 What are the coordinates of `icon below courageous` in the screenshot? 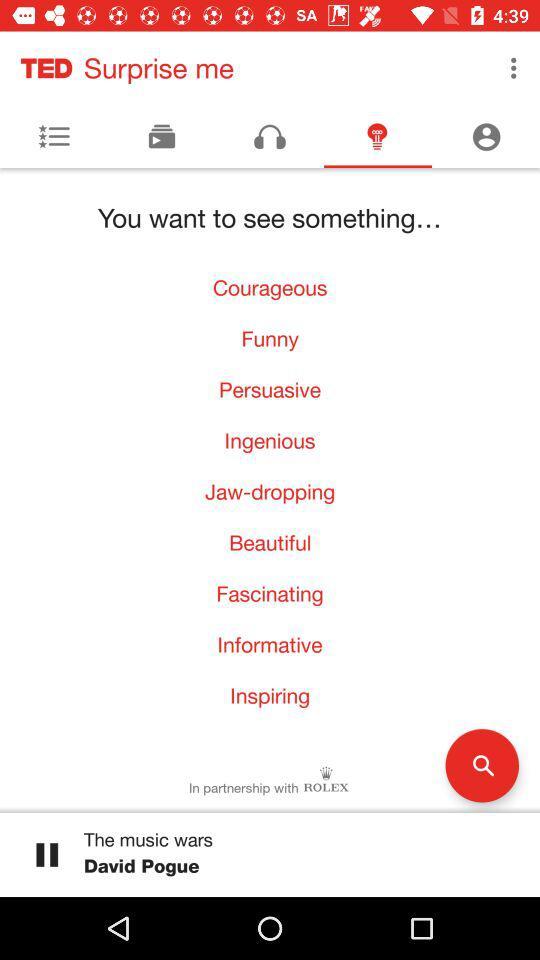 It's located at (270, 338).